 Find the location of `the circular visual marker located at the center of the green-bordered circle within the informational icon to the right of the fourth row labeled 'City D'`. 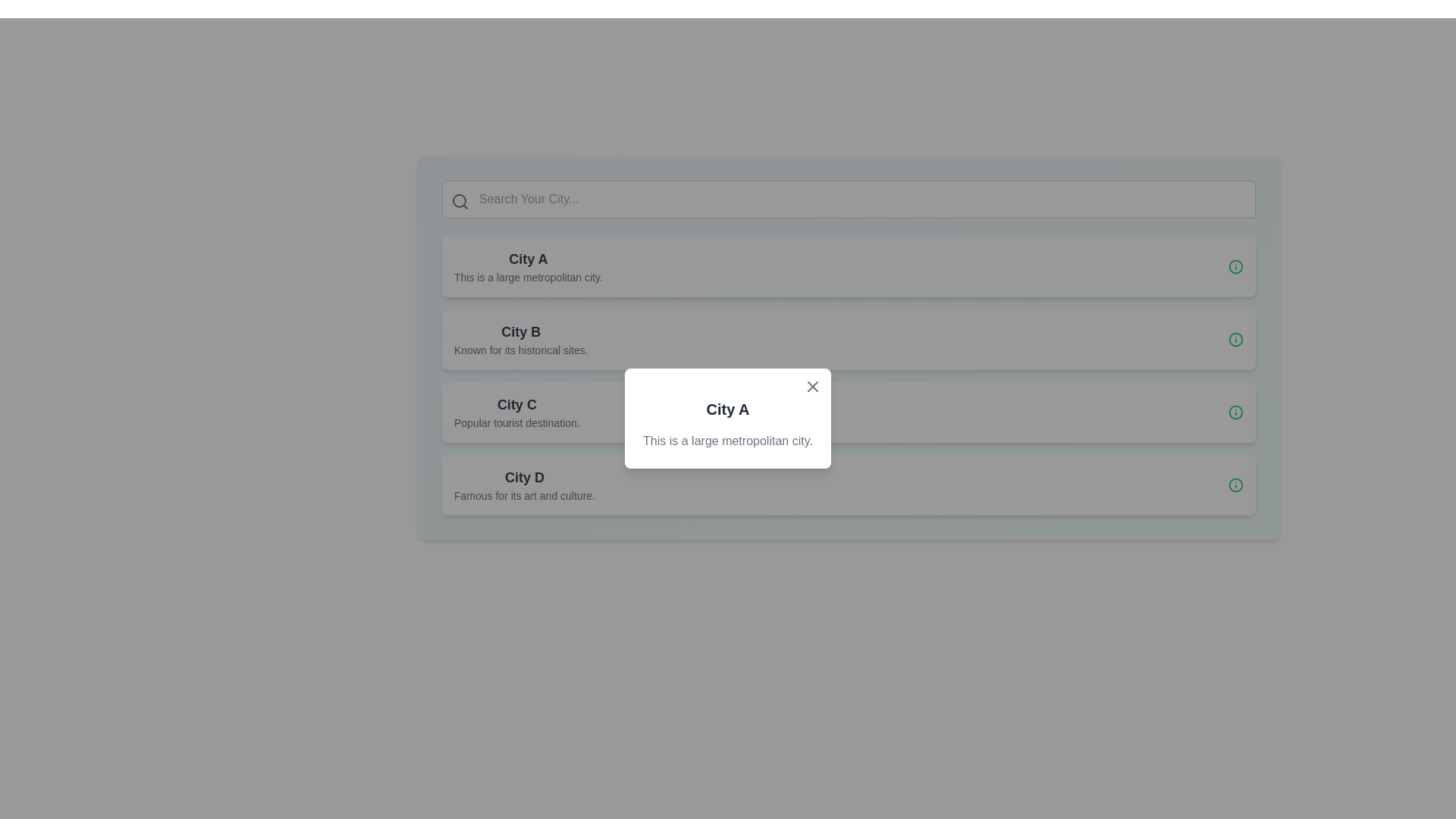

the circular visual marker located at the center of the green-bordered circle within the informational icon to the right of the fourth row labeled 'City D' is located at coordinates (1236, 412).